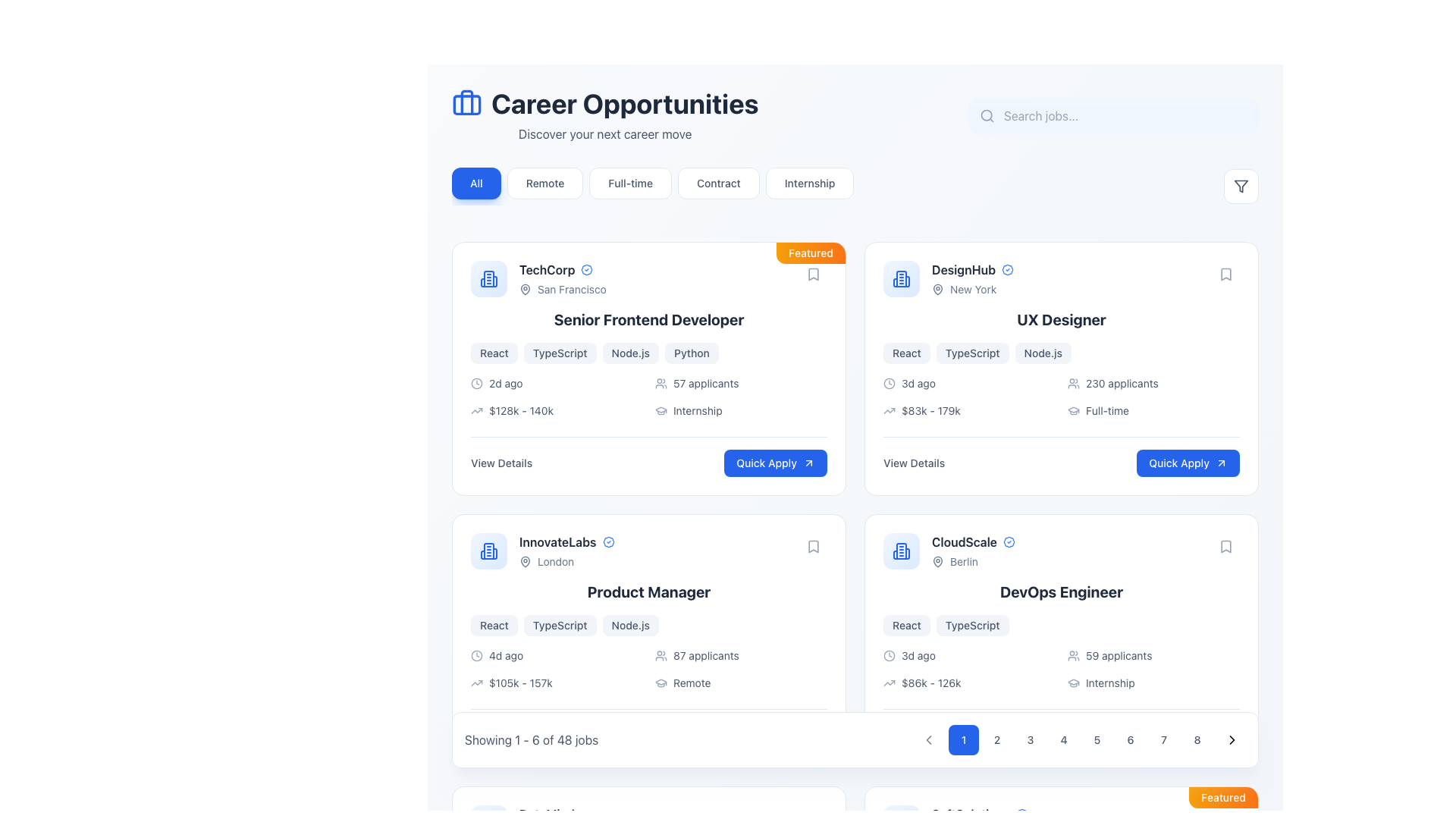 This screenshot has width=1456, height=819. Describe the element at coordinates (902, 278) in the screenshot. I see `decorative SVG icon component representing the company in the job post for 'DesignHub UX Designer' using the browser's developer tools` at that location.